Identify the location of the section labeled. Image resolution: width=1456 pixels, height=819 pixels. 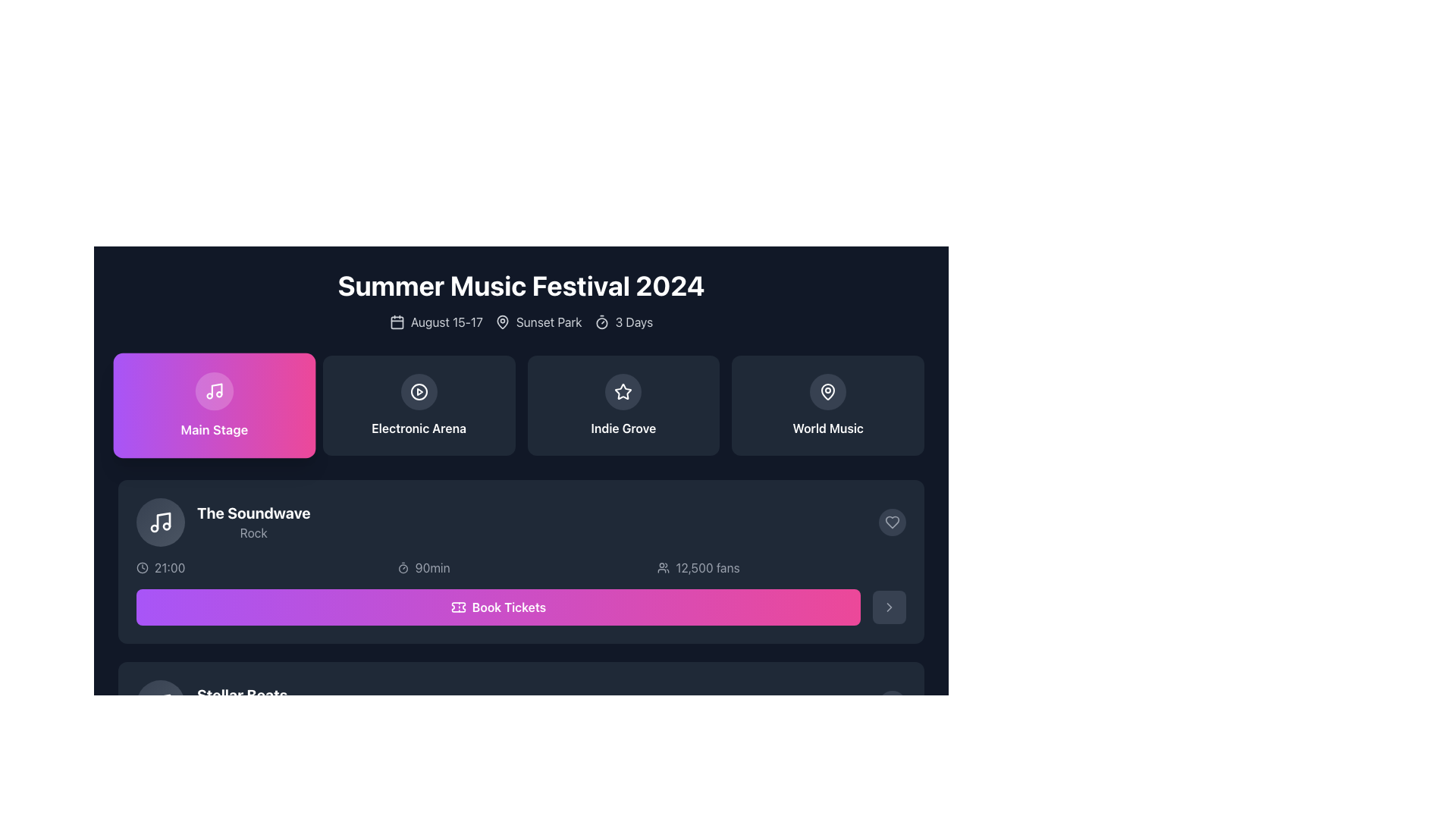
(213, 429).